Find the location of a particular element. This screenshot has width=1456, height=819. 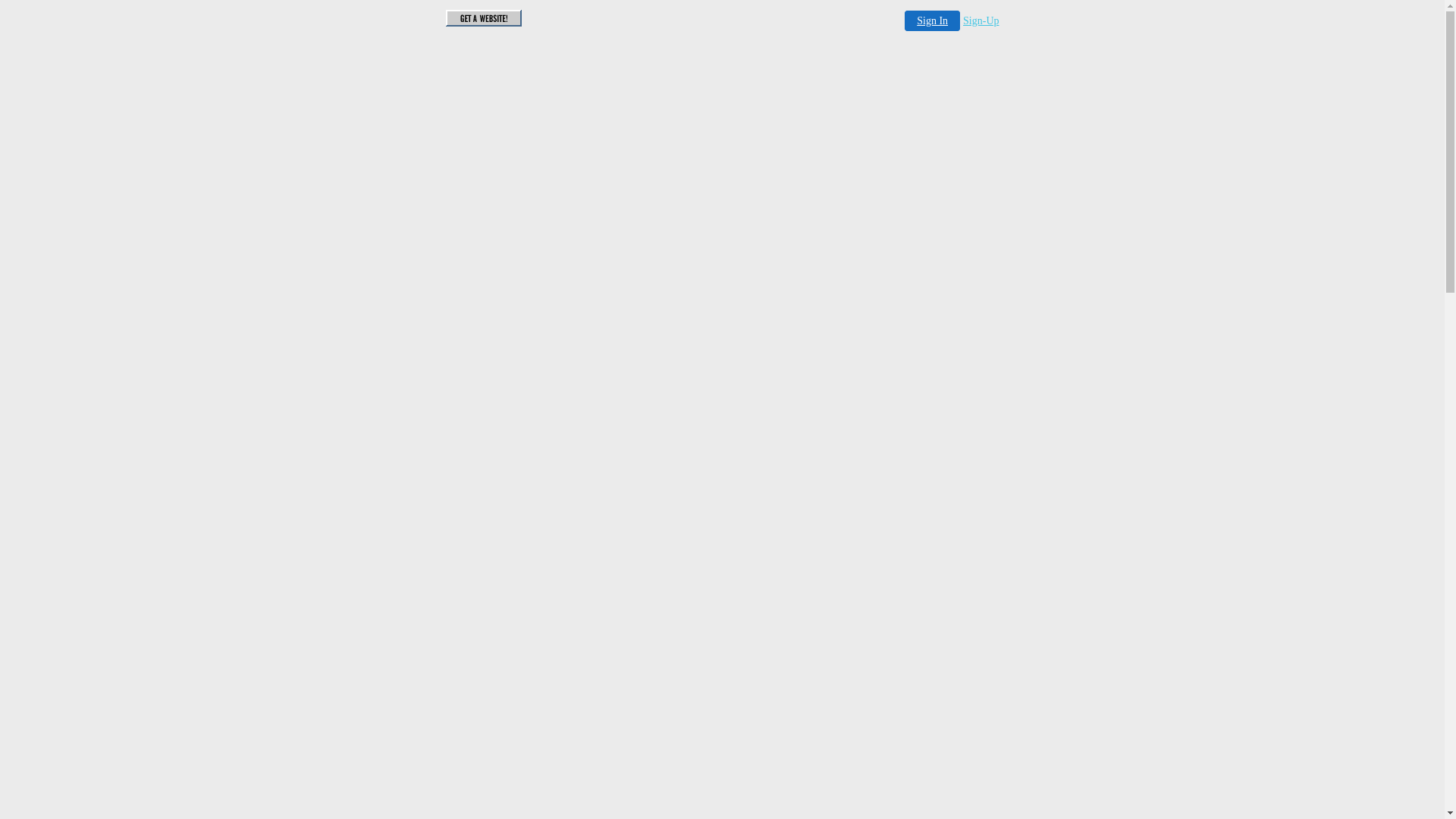

'Sign-Up' is located at coordinates (962, 20).